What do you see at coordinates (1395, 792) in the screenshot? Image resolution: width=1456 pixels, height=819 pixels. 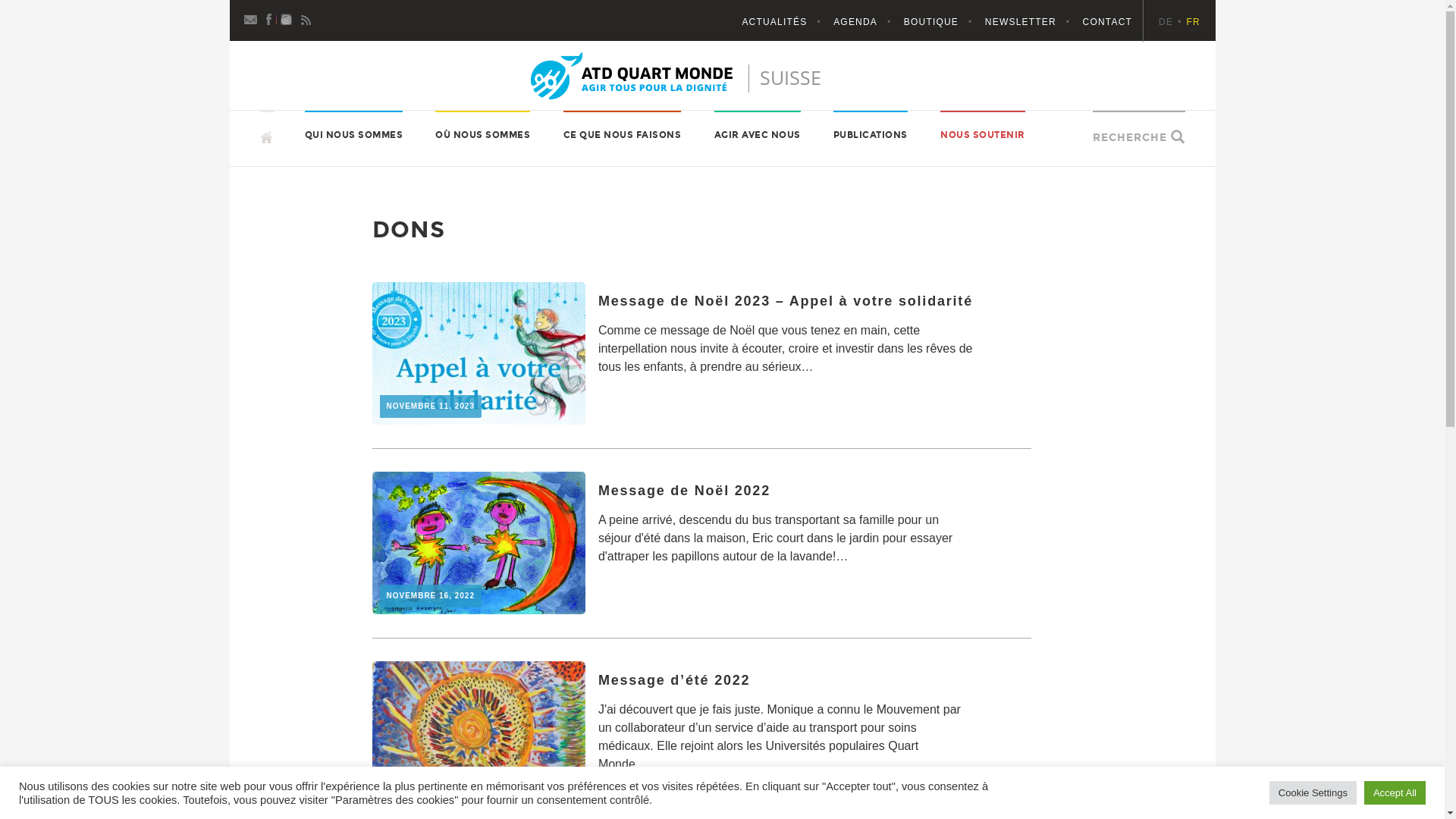 I see `'Accept All'` at bounding box center [1395, 792].